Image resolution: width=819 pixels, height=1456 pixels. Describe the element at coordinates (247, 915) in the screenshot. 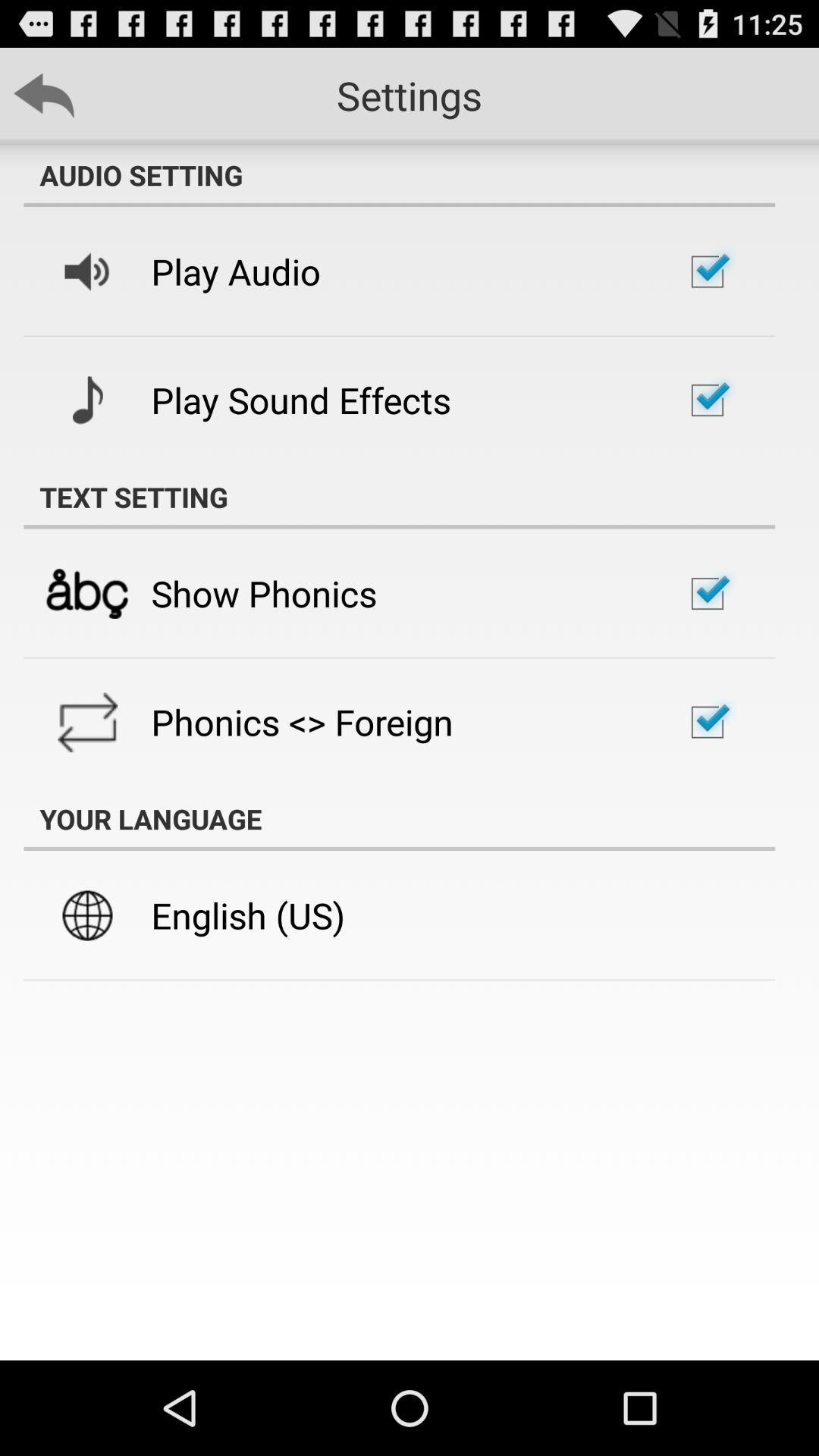

I see `item below the your language item` at that location.